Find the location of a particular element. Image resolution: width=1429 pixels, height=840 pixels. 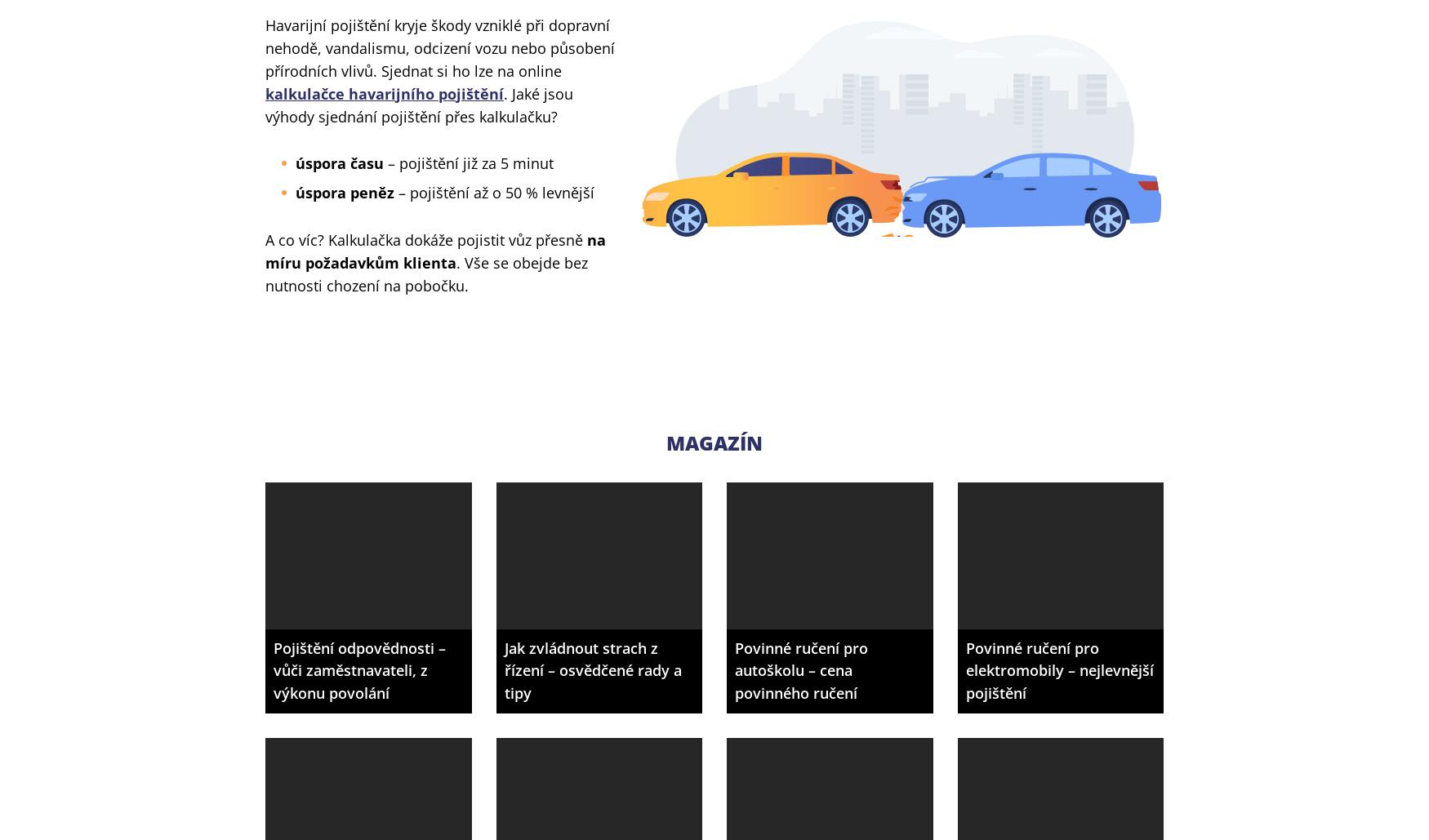

'Pojištění odpovědnosti – vůči zaměstnavateli, z výkonu povolání' is located at coordinates (273, 669).